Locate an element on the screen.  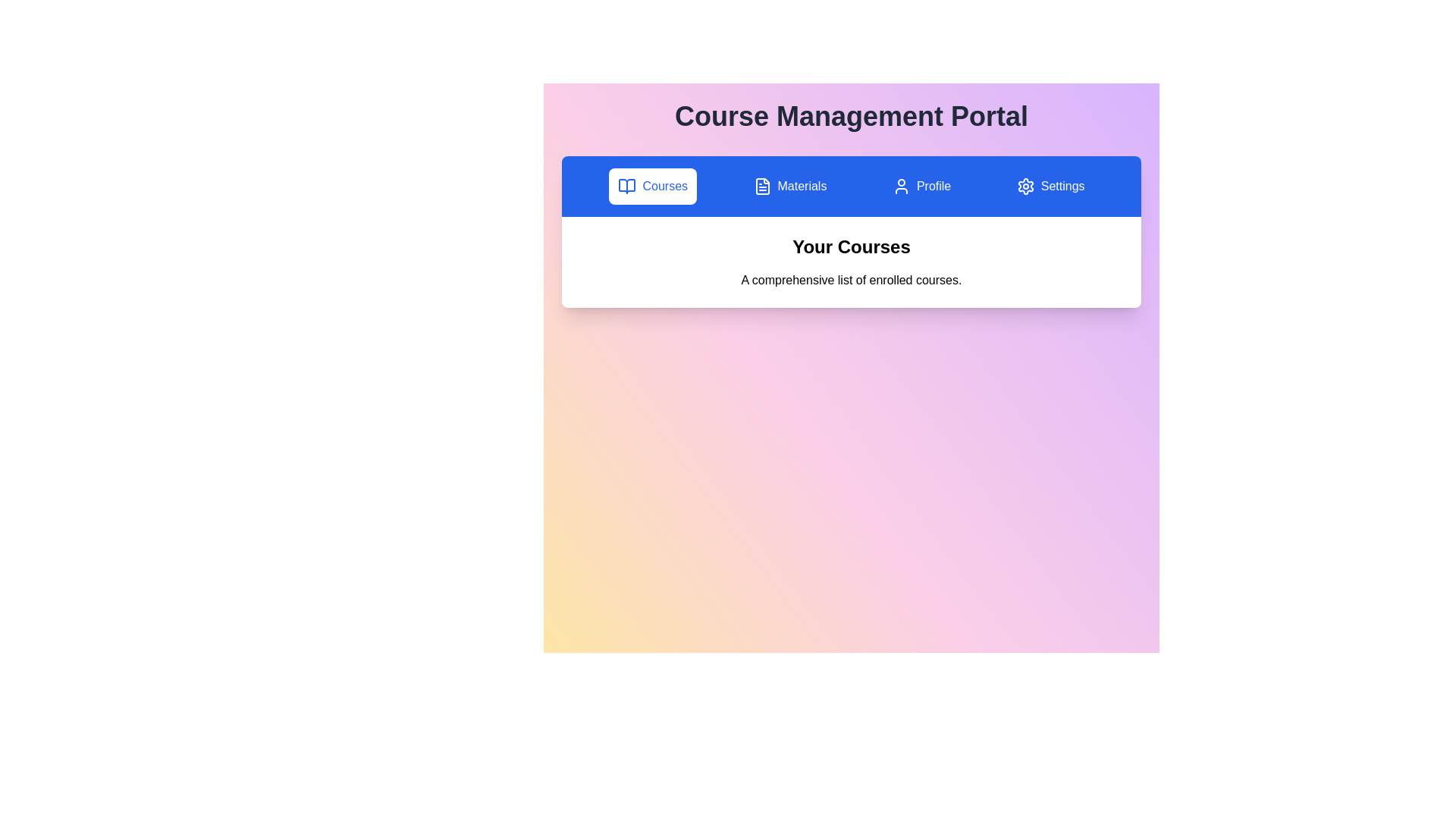
heading 'Course Management Portal' which is a large, bold text block centered at the top of the viewport is located at coordinates (852, 116).